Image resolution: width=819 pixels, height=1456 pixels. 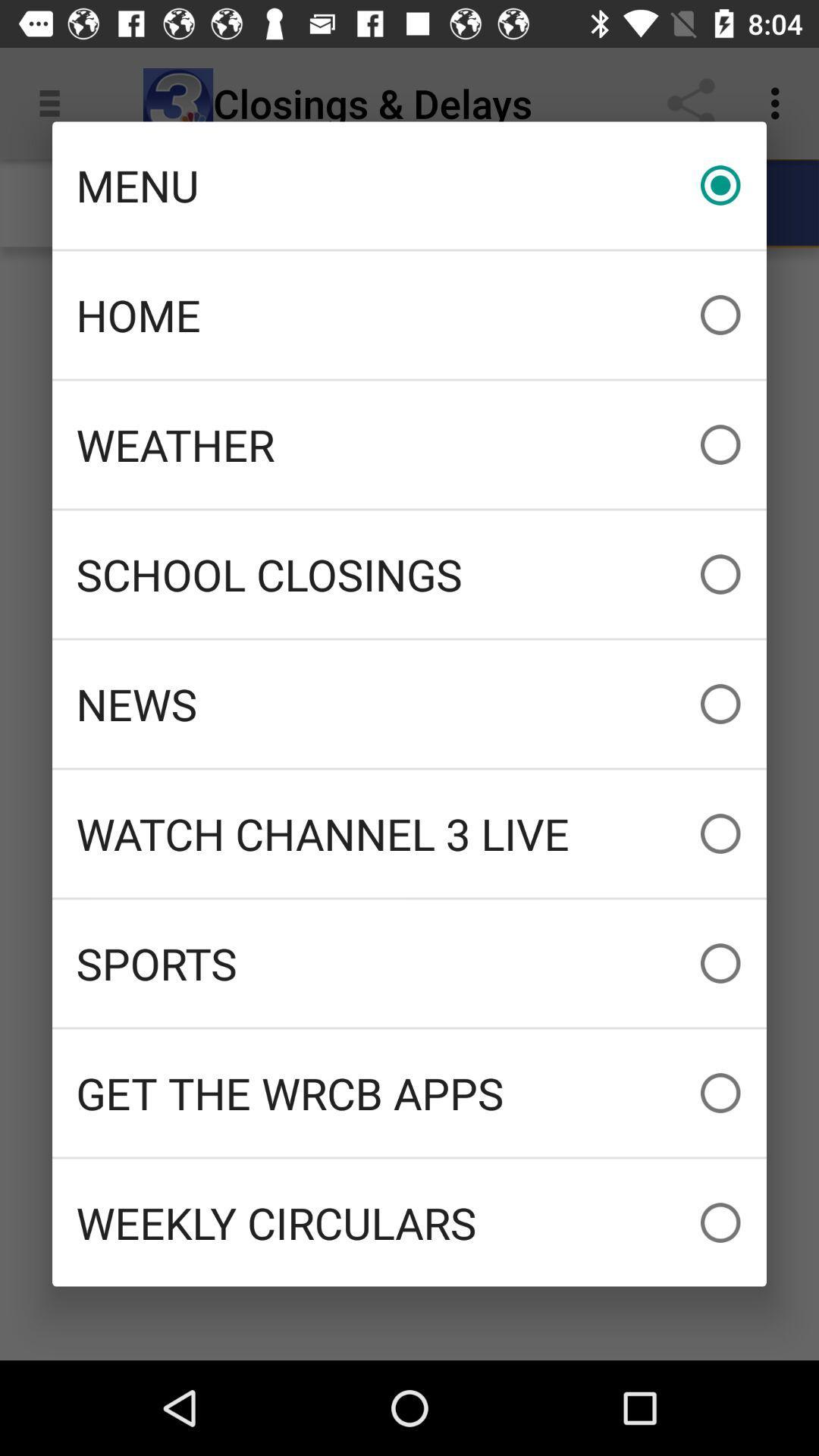 What do you see at coordinates (409, 1222) in the screenshot?
I see `the icon below get the wrcb` at bounding box center [409, 1222].